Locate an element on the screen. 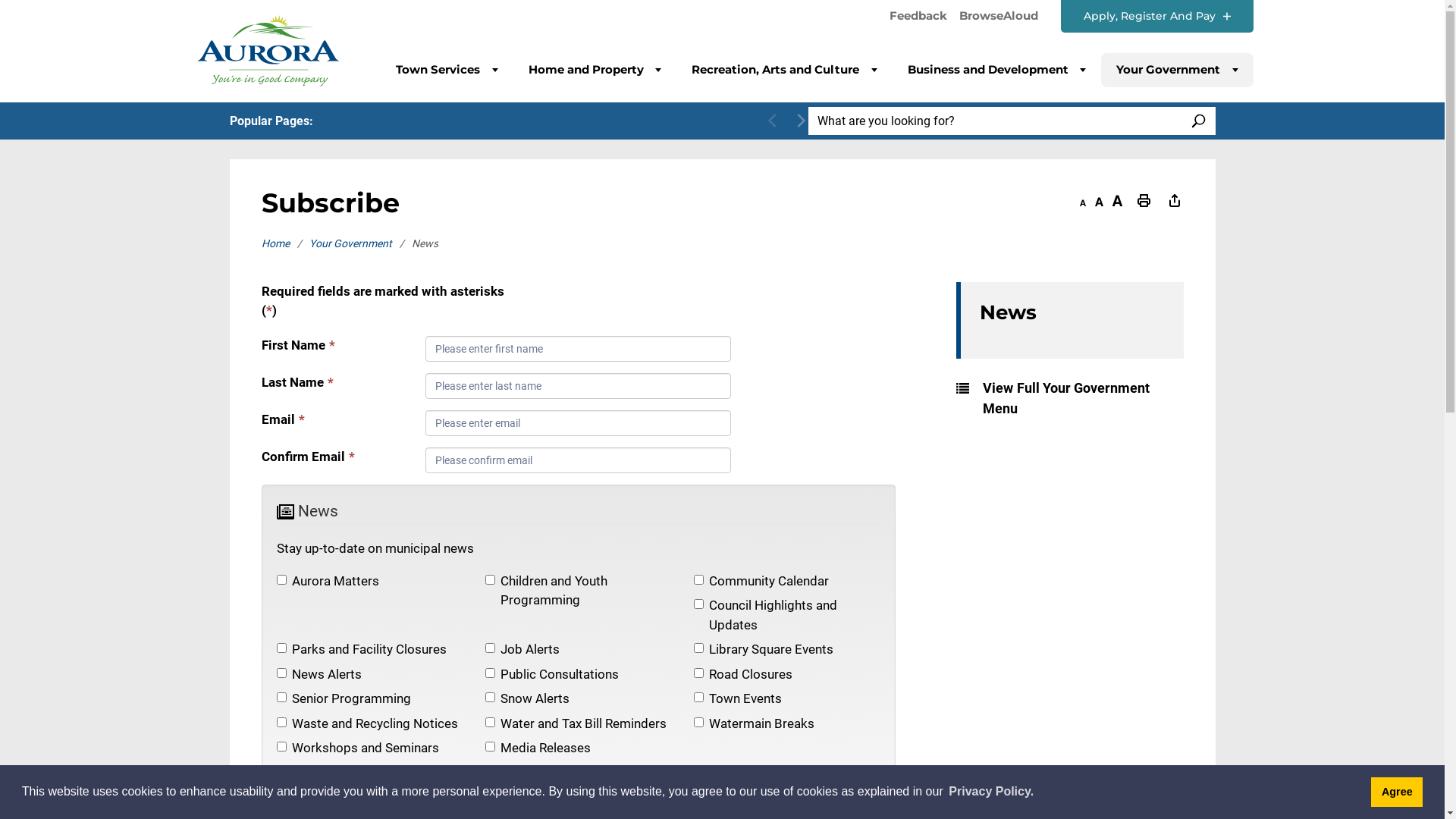  'Decrease text size' is located at coordinates (1082, 201).